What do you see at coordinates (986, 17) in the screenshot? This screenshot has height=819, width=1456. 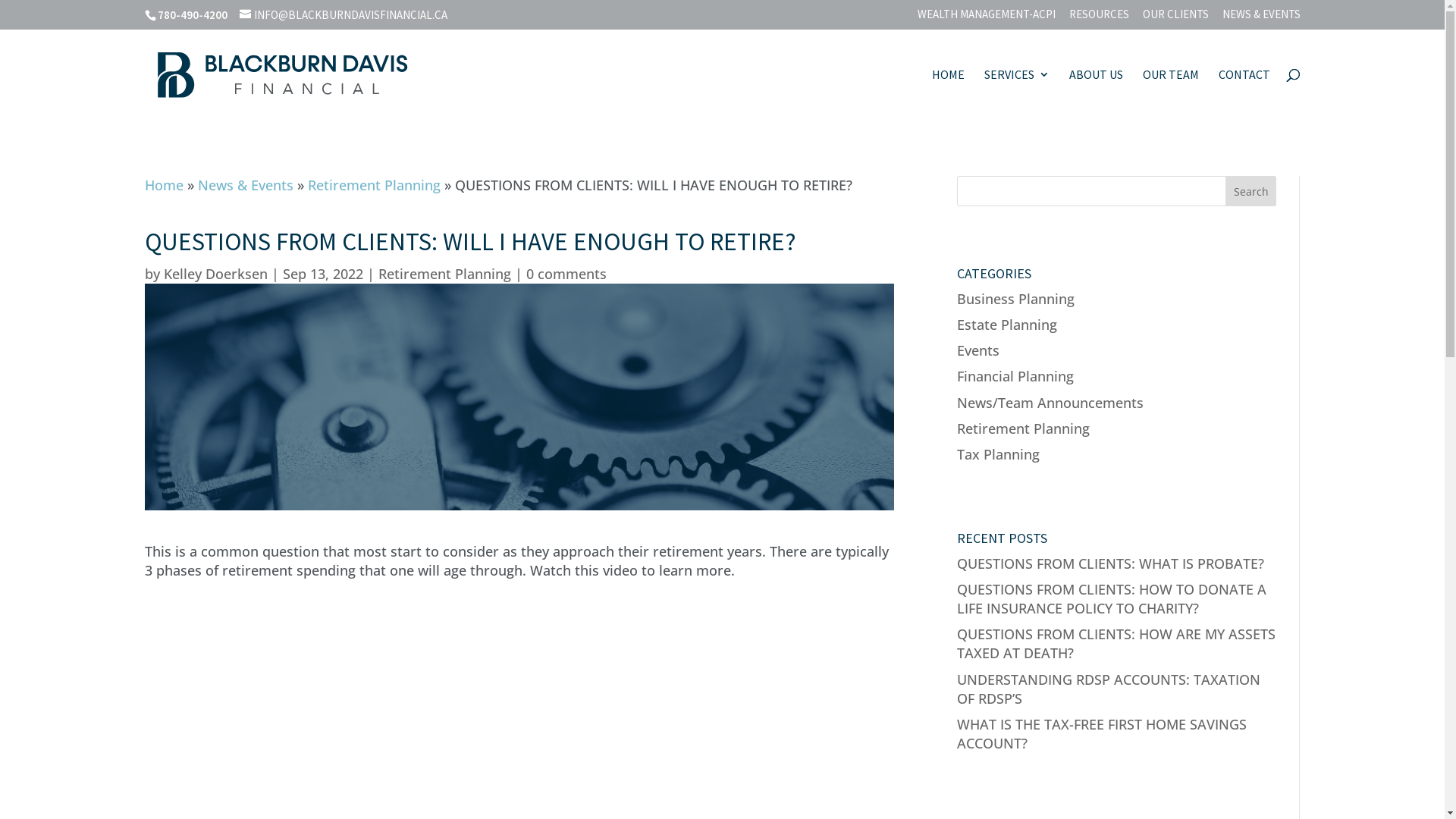 I see `'WEALTH MANAGEMENT-ACPI'` at bounding box center [986, 17].